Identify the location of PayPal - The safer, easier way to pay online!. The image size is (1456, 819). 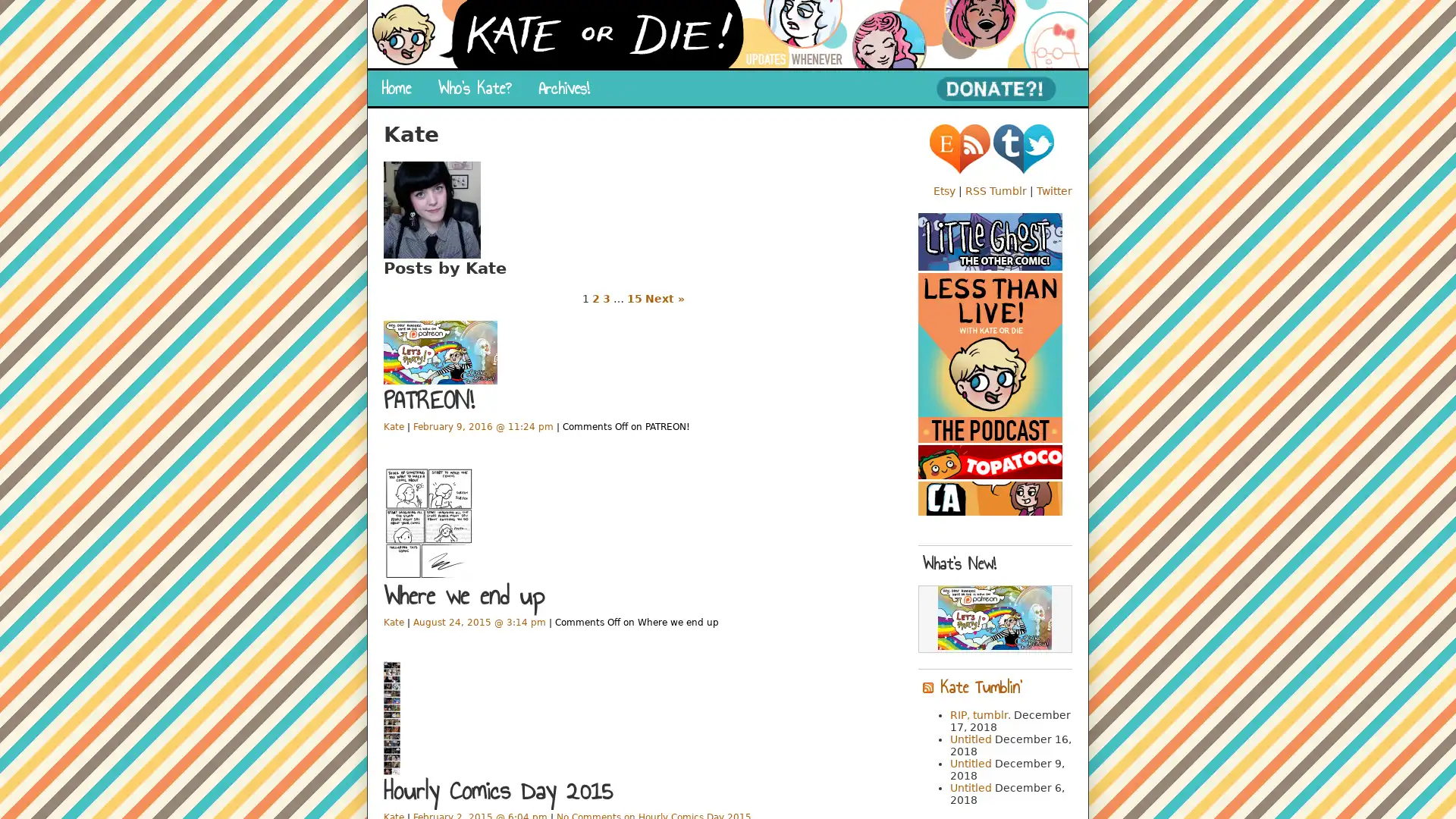
(995, 89).